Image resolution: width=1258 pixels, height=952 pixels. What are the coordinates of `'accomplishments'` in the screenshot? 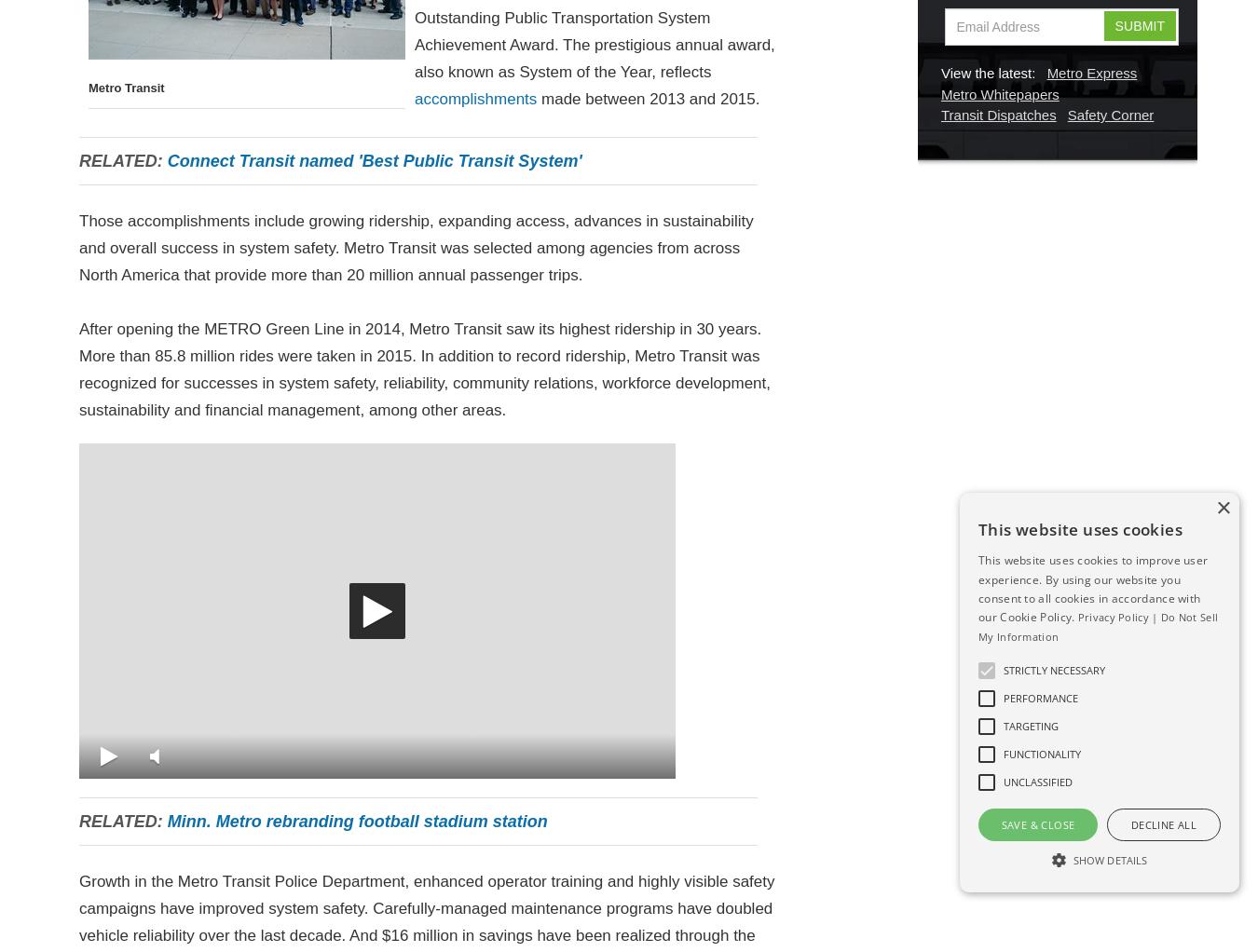 It's located at (474, 97).